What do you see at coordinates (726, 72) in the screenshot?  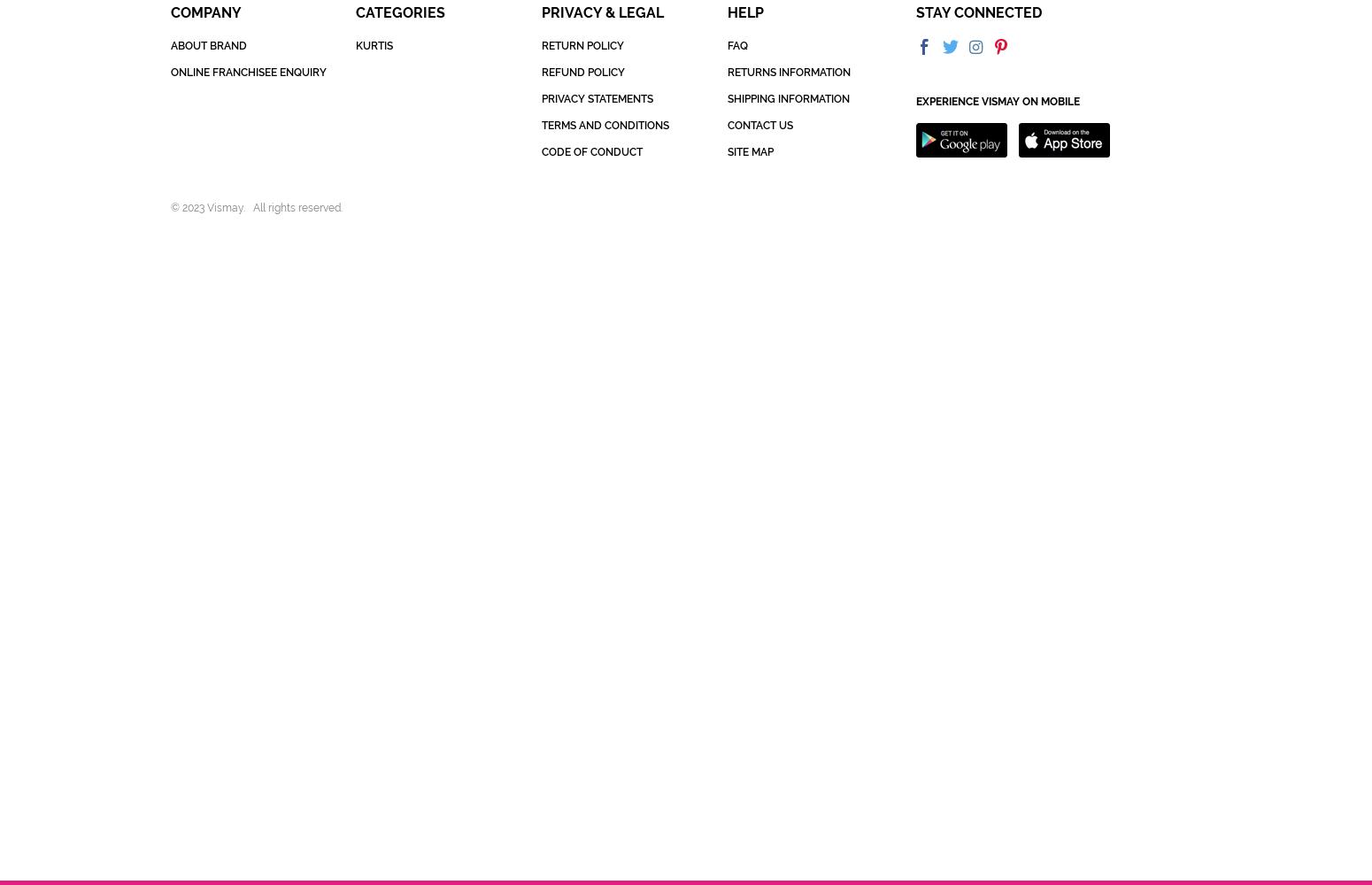 I see `'RETURNS INFORMATION'` at bounding box center [726, 72].